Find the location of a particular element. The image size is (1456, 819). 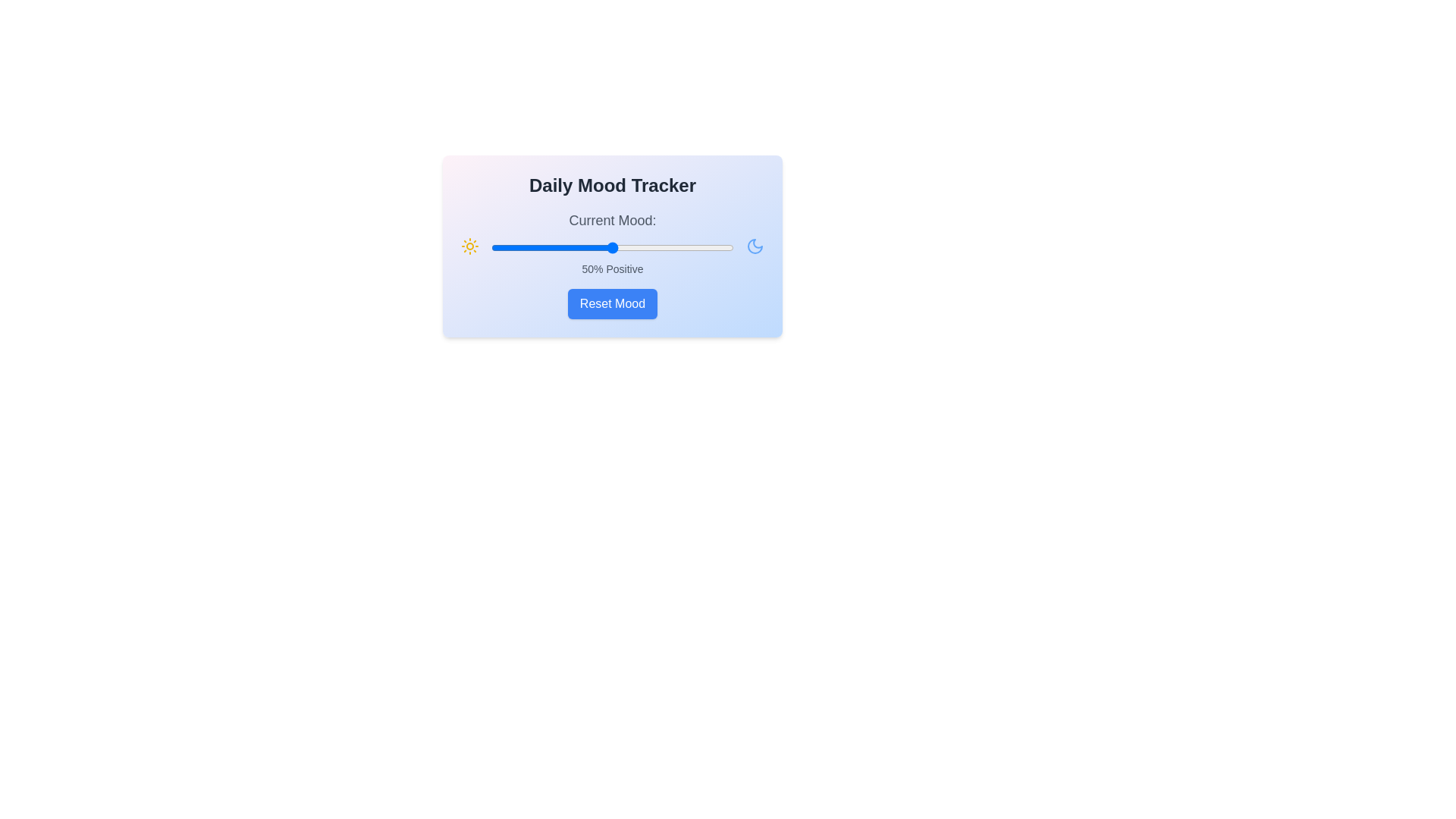

the slider handle of the 'Current Mood: 50% Positive' element is located at coordinates (612, 242).